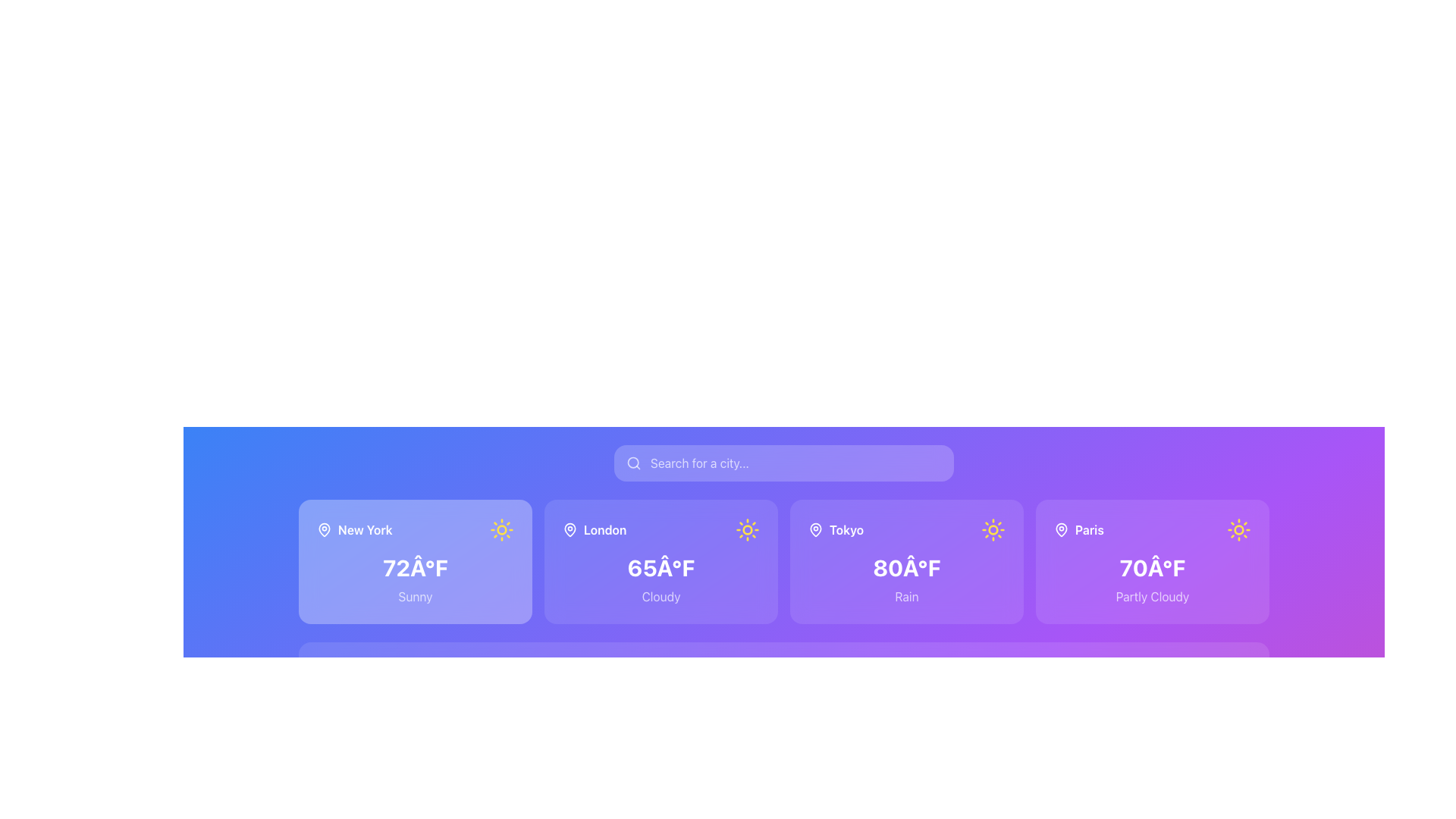  I want to click on the SVG Circle located at the center of the sun icon on the 'Tokyo' weather card, so click(993, 529).